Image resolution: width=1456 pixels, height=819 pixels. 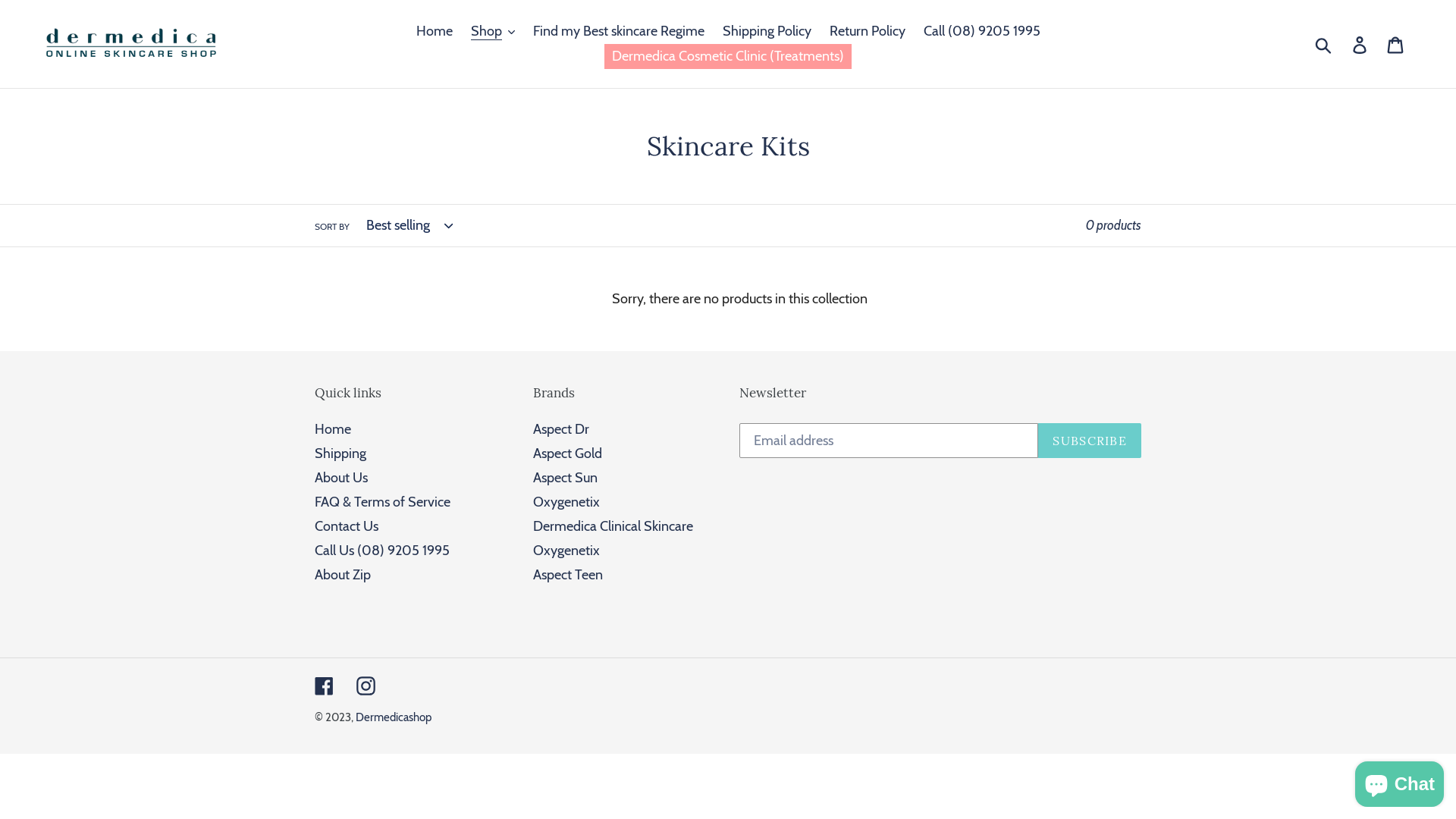 What do you see at coordinates (532, 476) in the screenshot?
I see `'Aspect Sun'` at bounding box center [532, 476].